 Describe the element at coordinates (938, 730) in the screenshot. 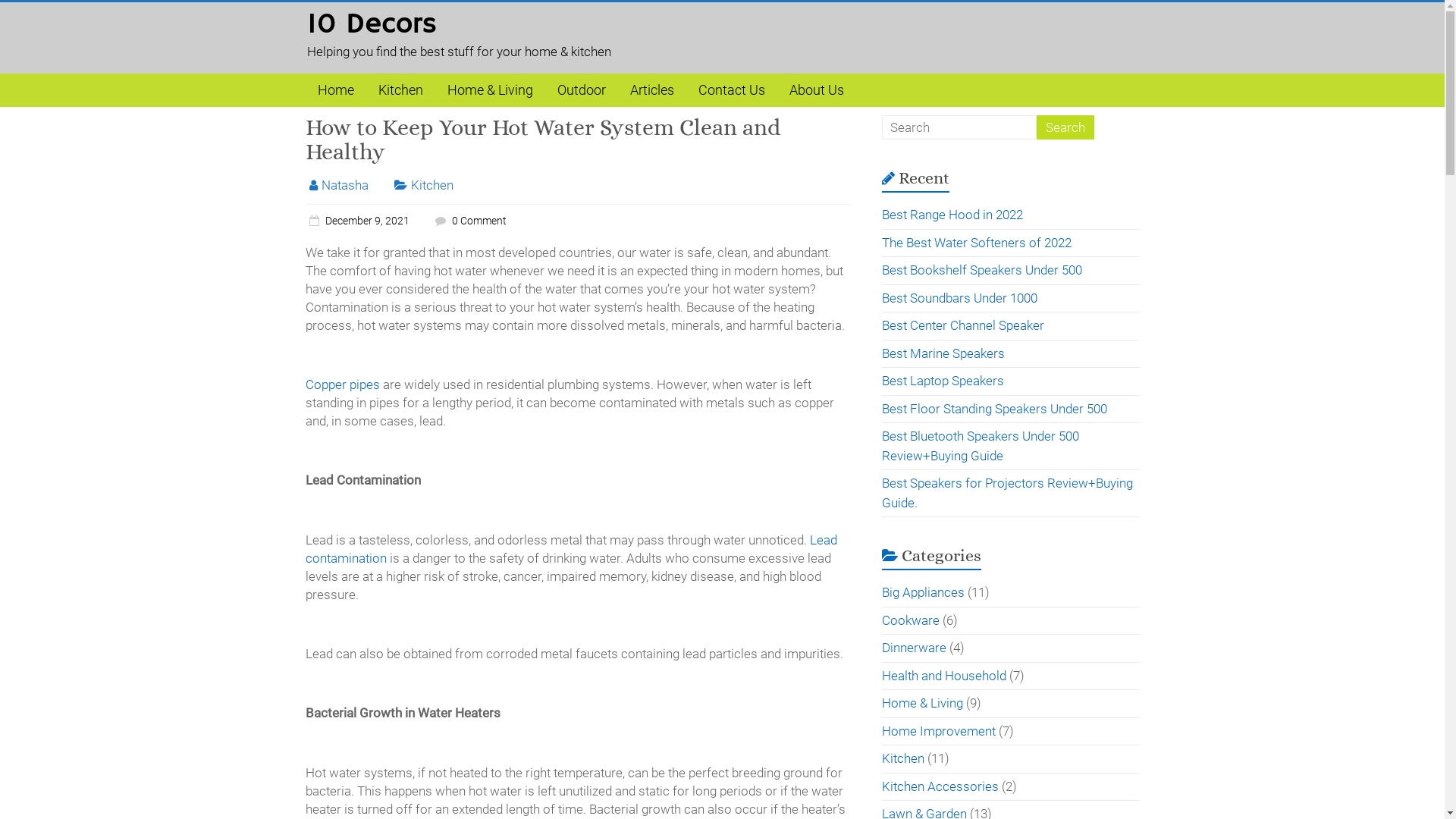

I see `'Home Improvement'` at that location.